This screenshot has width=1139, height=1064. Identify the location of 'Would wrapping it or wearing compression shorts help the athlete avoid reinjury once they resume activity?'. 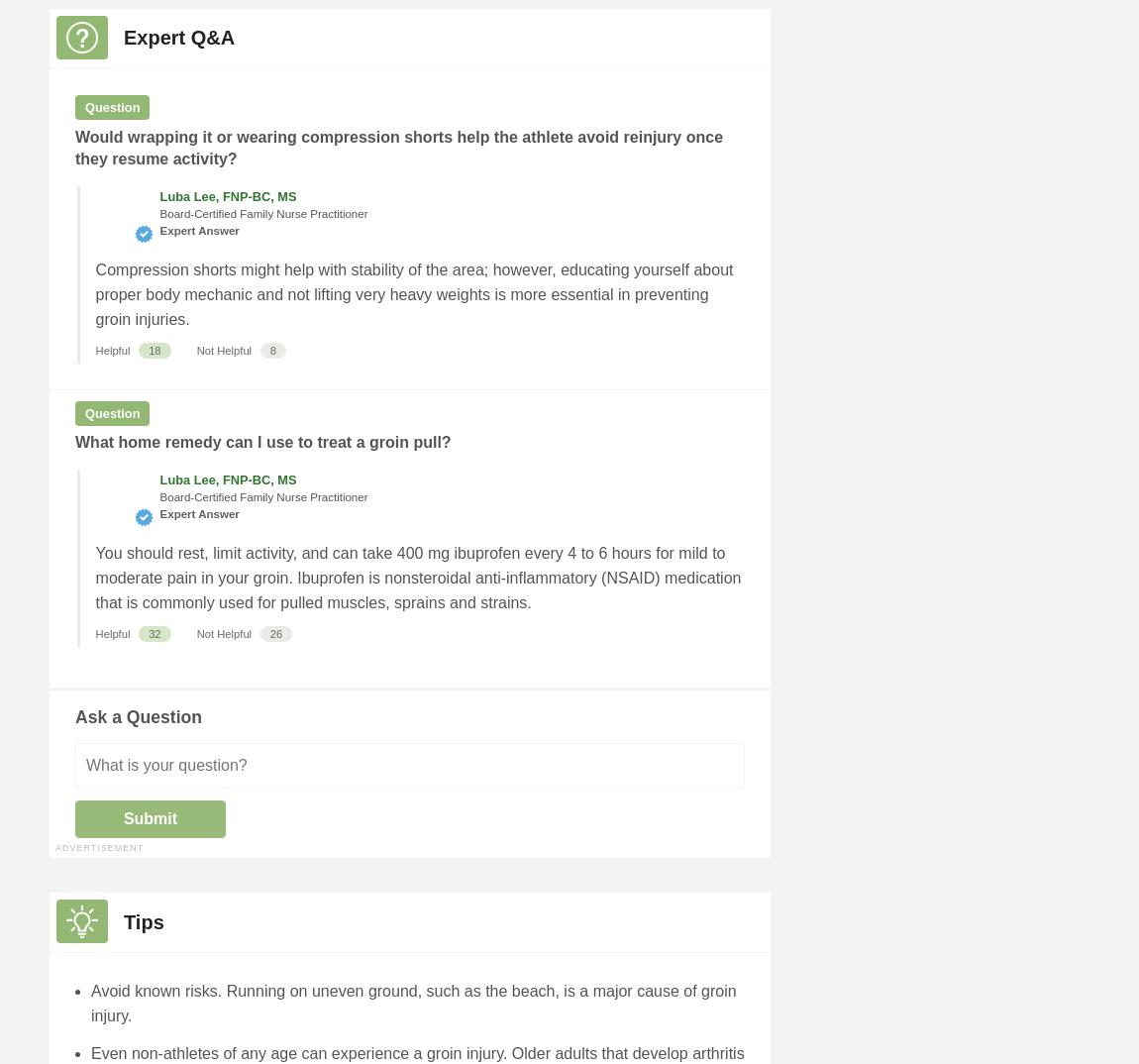
(74, 146).